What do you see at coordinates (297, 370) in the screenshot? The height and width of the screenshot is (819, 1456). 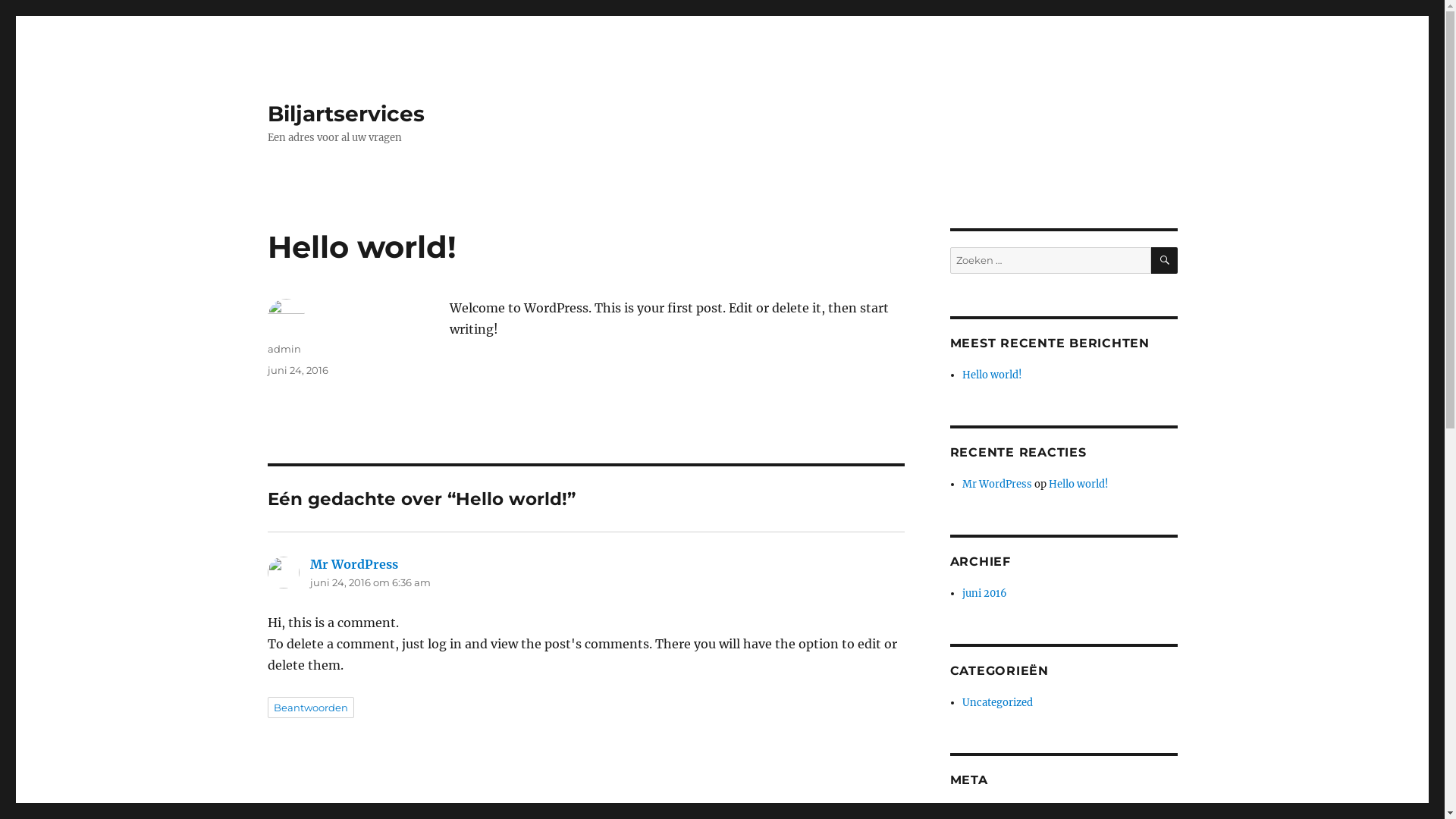 I see `'juni 24, 2016'` at bounding box center [297, 370].